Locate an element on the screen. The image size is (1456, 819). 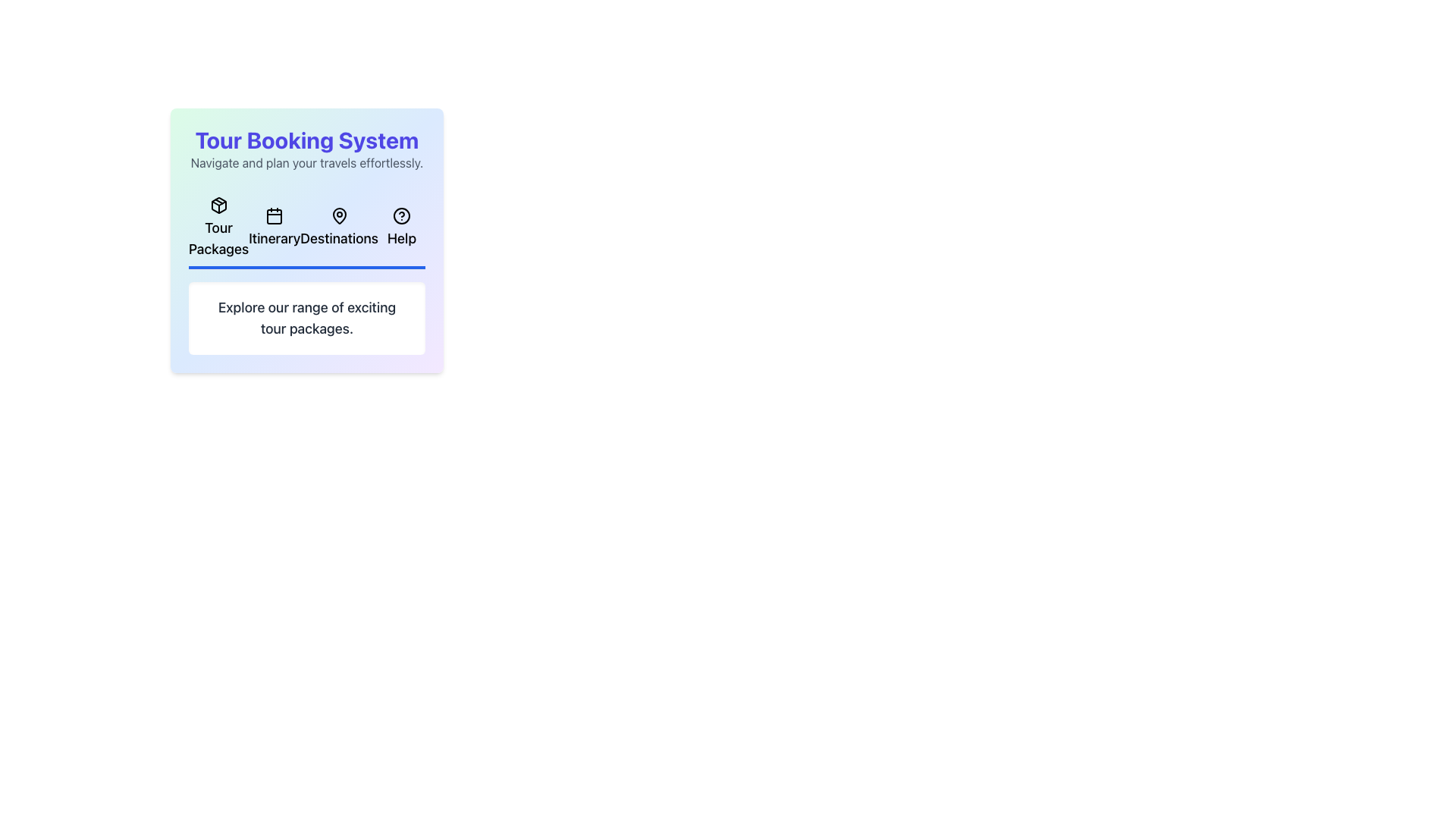
the Navigation Menu is located at coordinates (306, 230).